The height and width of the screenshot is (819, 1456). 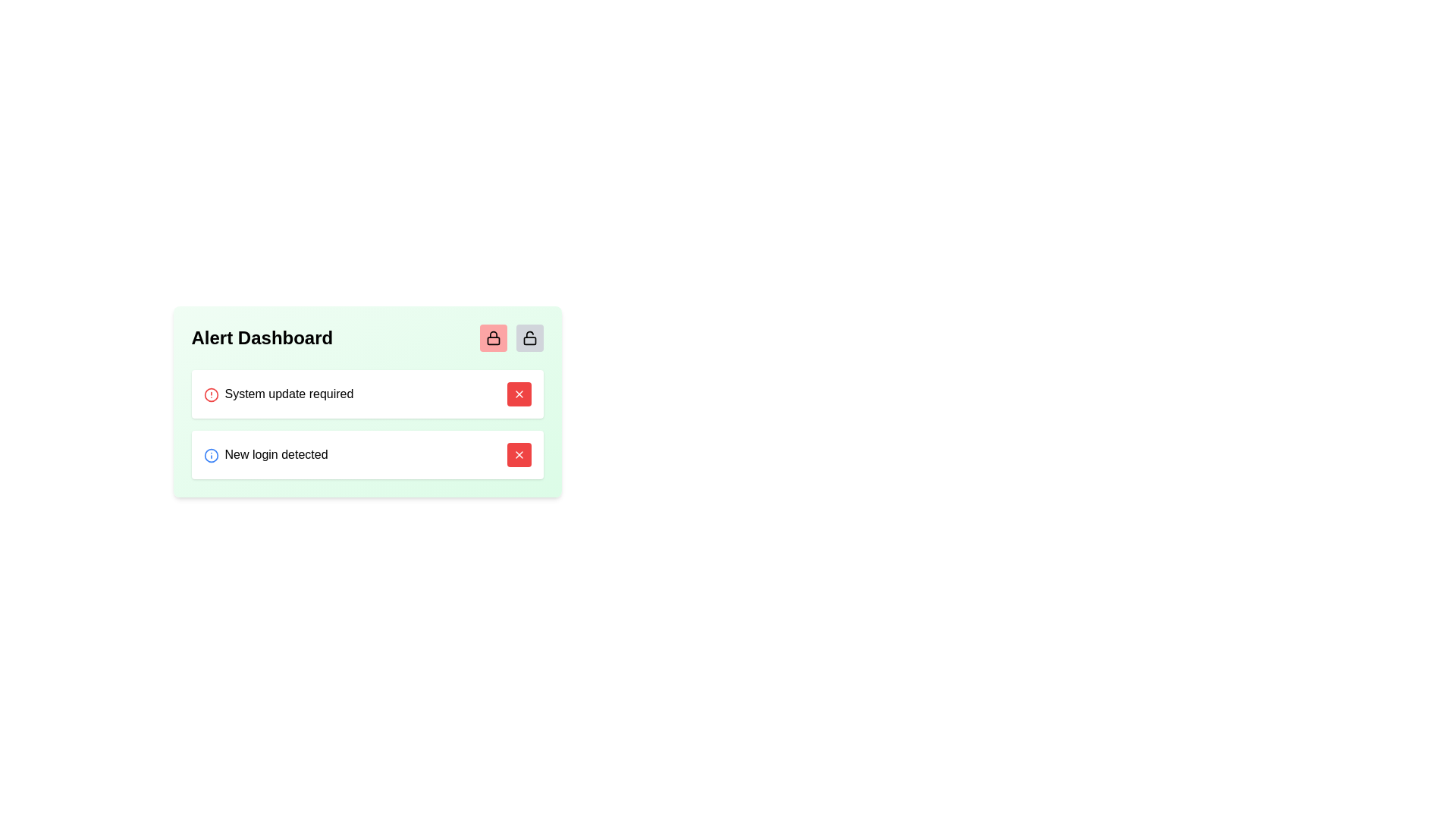 I want to click on the close icon button located within the red button adjacent to the text 'System update required' in the alert dashboard, so click(x=519, y=454).